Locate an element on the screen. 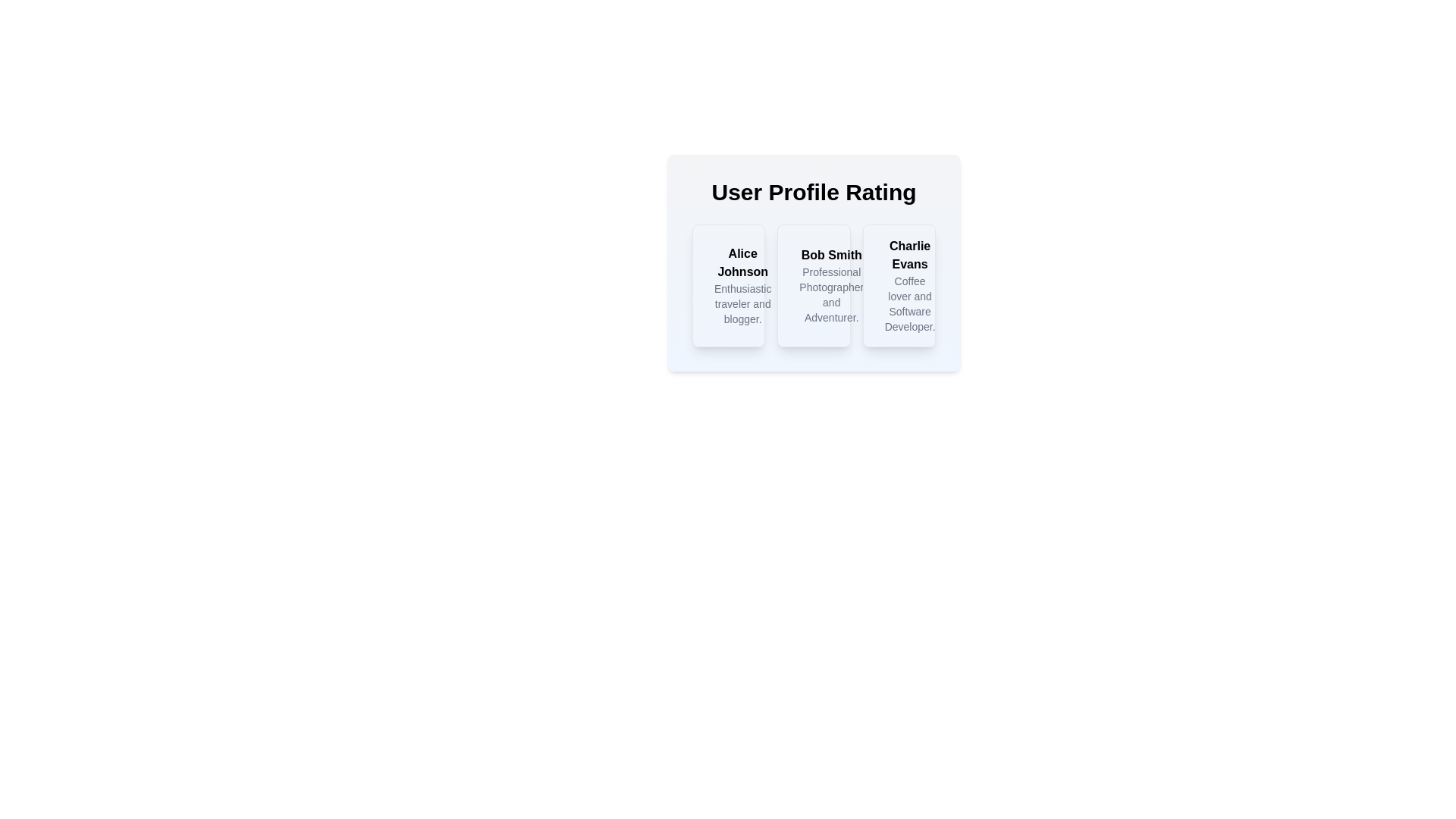 The height and width of the screenshot is (819, 1456). content displayed for the user profile named 'Bob Smith', located in the second card from the left in a grid of three cards, directly below the main heading 'User Profile Rating' is located at coordinates (813, 286).